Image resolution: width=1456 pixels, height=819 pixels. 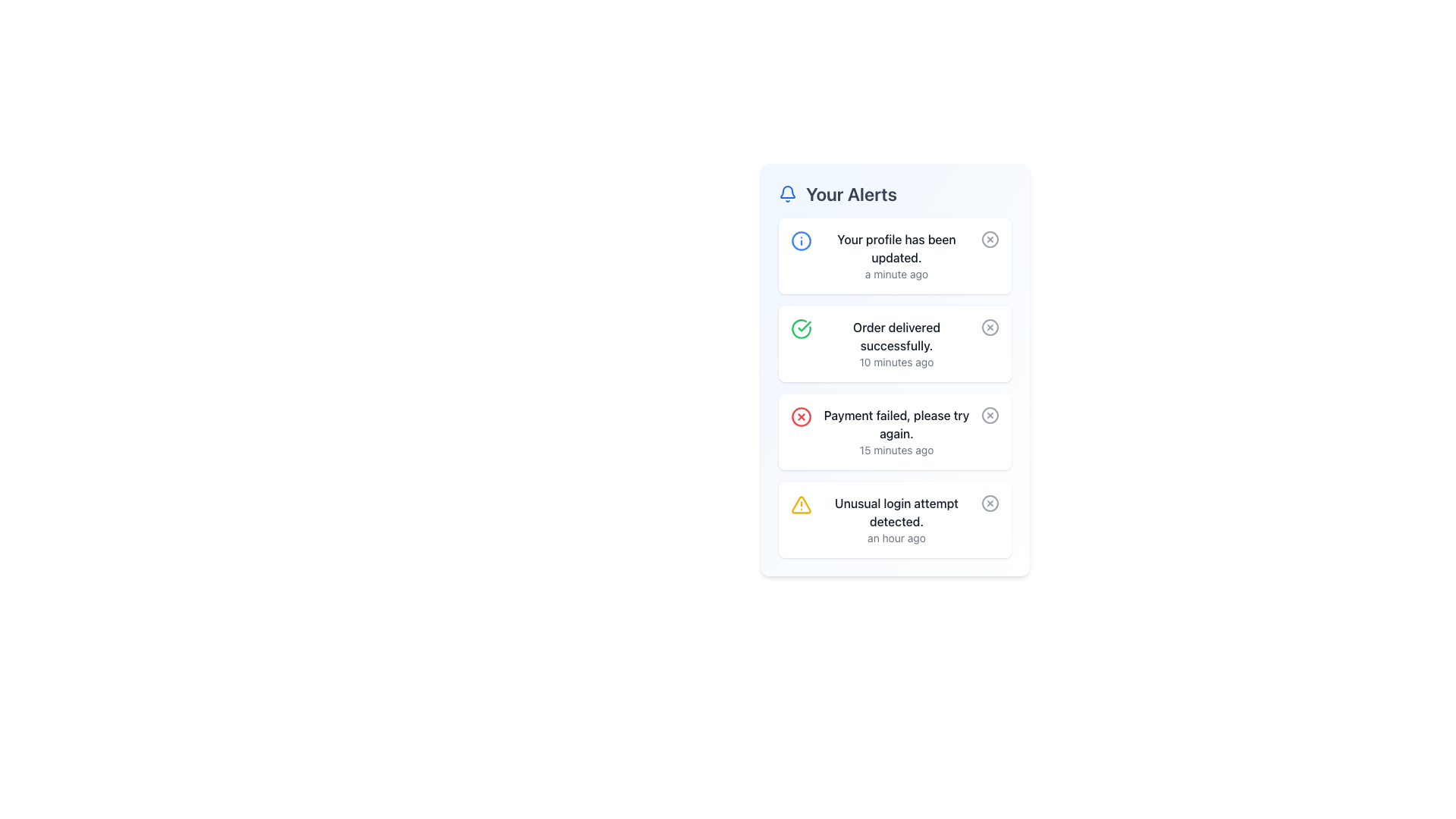 What do you see at coordinates (896, 450) in the screenshot?
I see `the timestamp element located in the third notification of the 'Your Alerts' section, which informs the user about when the payment failure event occurred` at bounding box center [896, 450].